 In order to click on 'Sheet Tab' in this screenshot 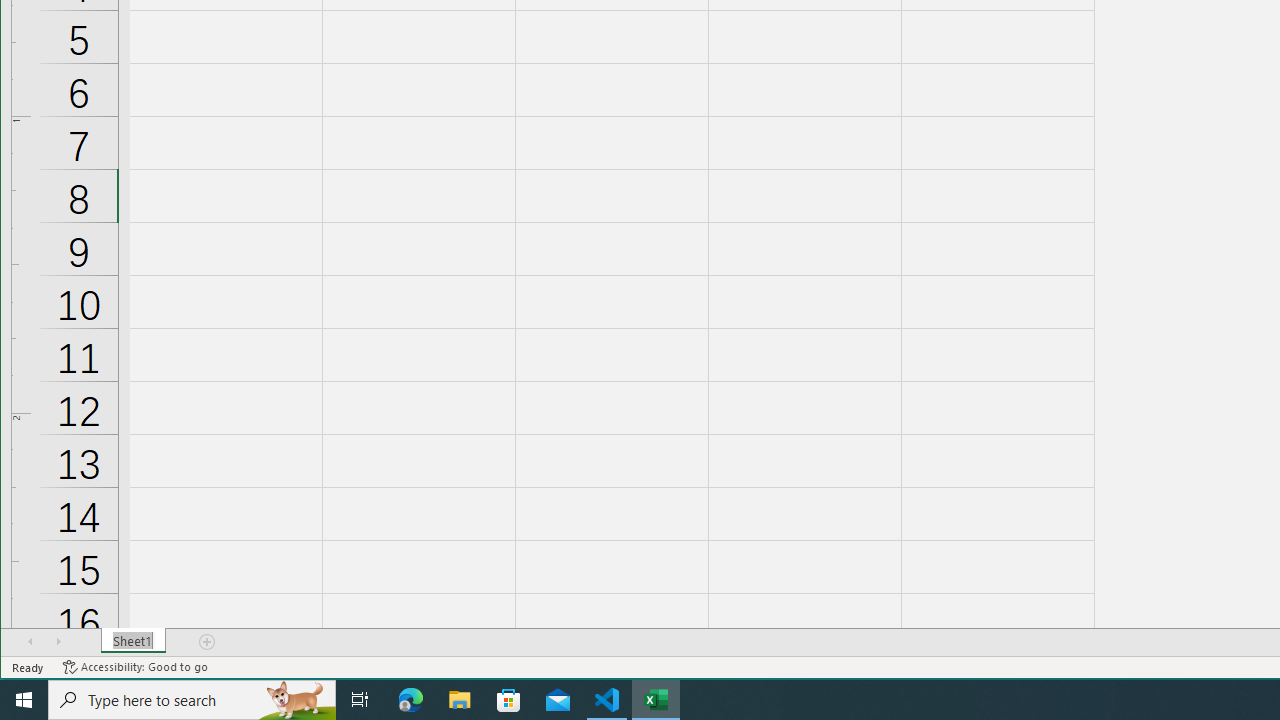, I will do `click(132, 641)`.